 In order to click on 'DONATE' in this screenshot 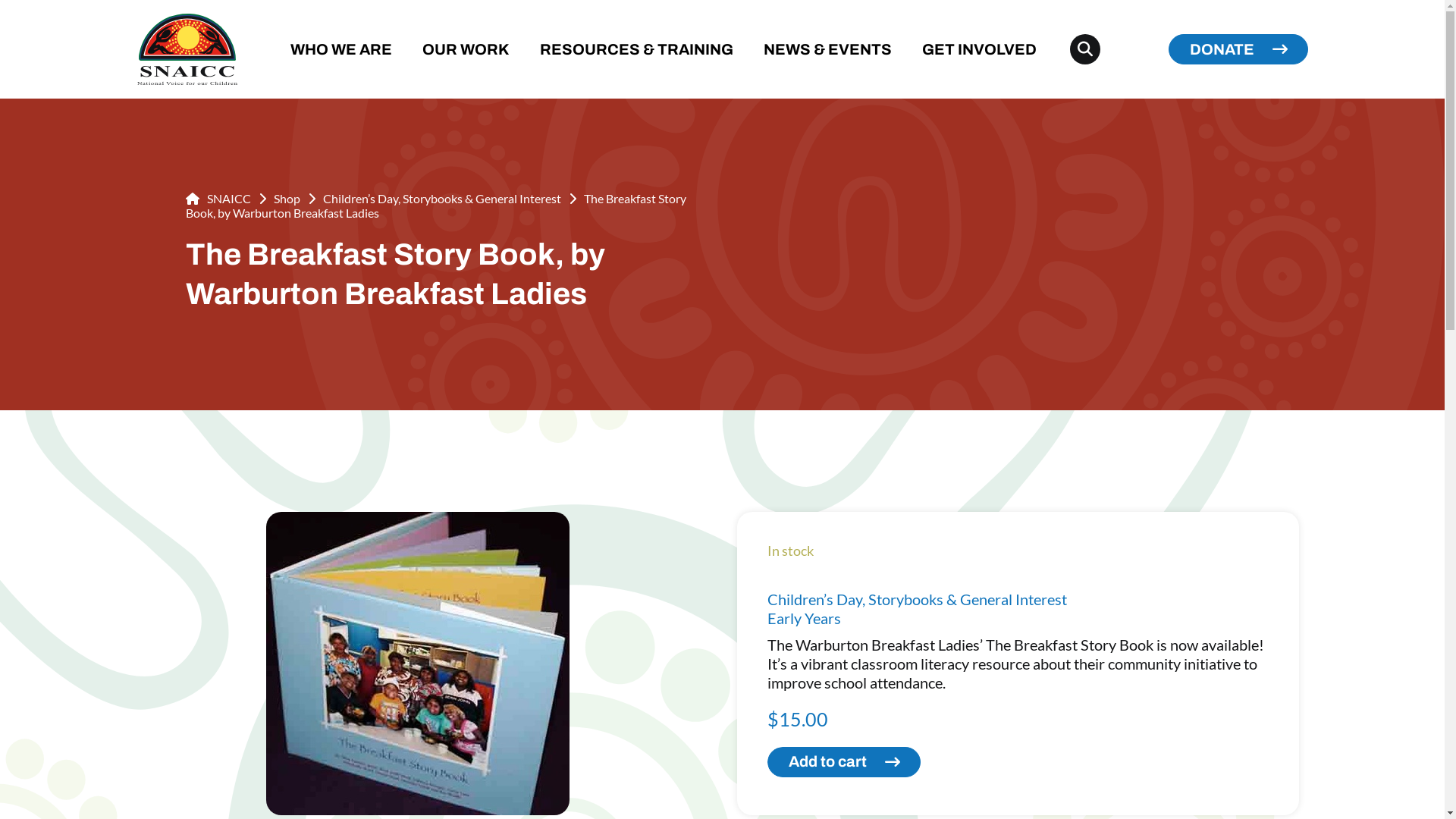, I will do `click(1167, 49)`.